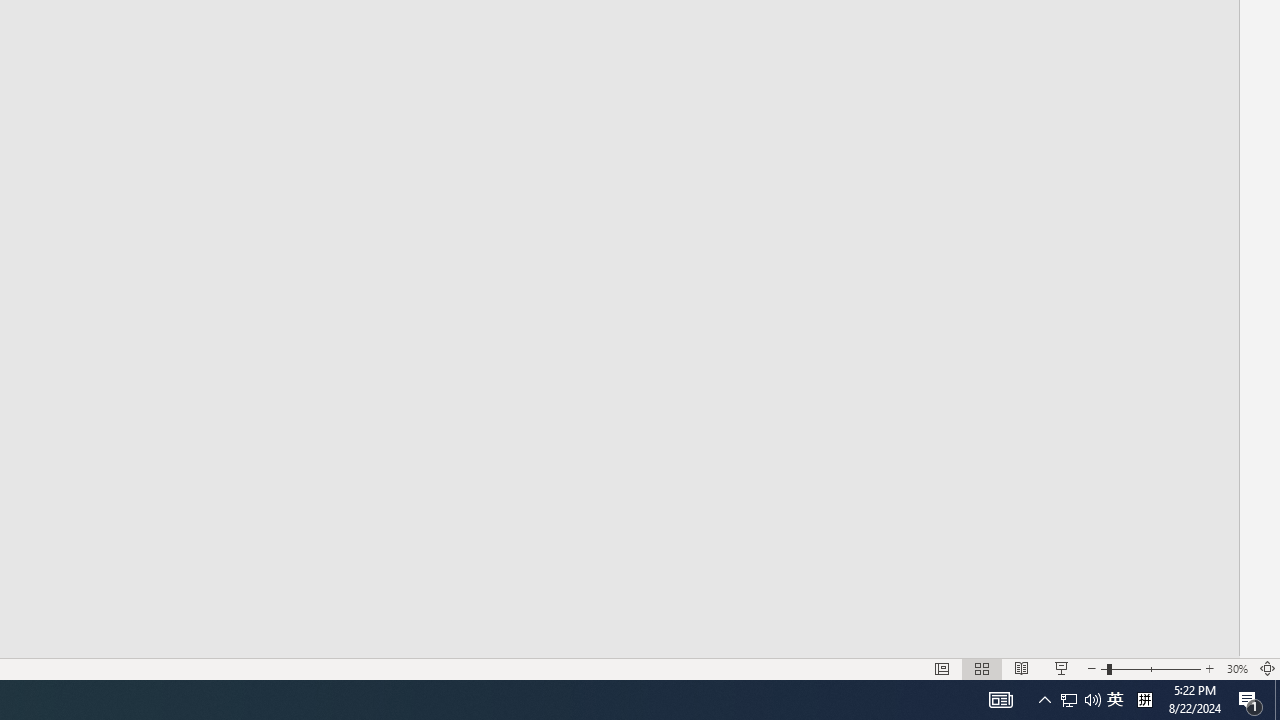 The width and height of the screenshot is (1280, 720). What do you see at coordinates (1266, 669) in the screenshot?
I see `'Zoom to Fit '` at bounding box center [1266, 669].